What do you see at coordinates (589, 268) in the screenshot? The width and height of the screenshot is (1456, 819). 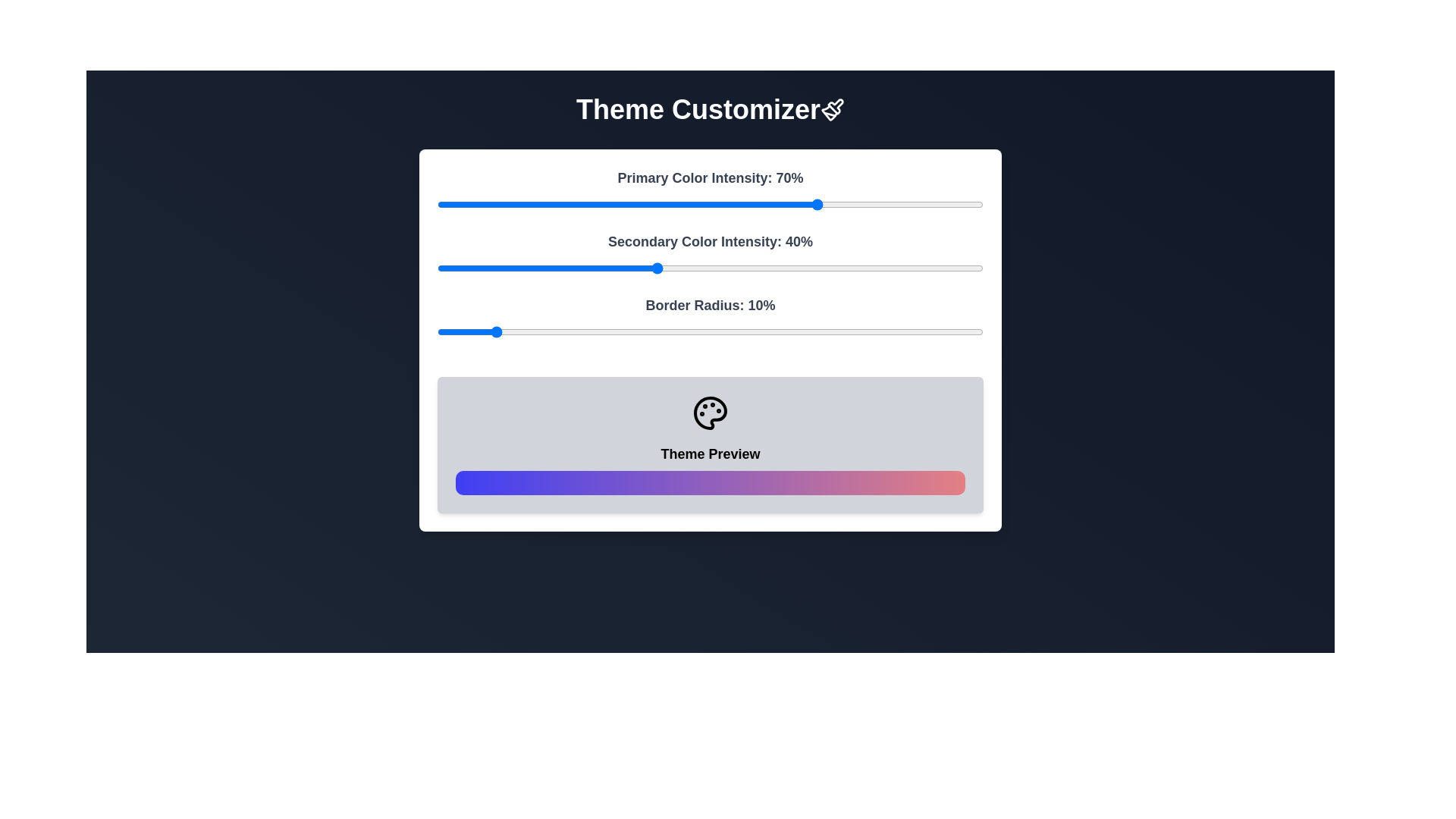 I see `the Secondary Color Intensity slider to 28%` at bounding box center [589, 268].